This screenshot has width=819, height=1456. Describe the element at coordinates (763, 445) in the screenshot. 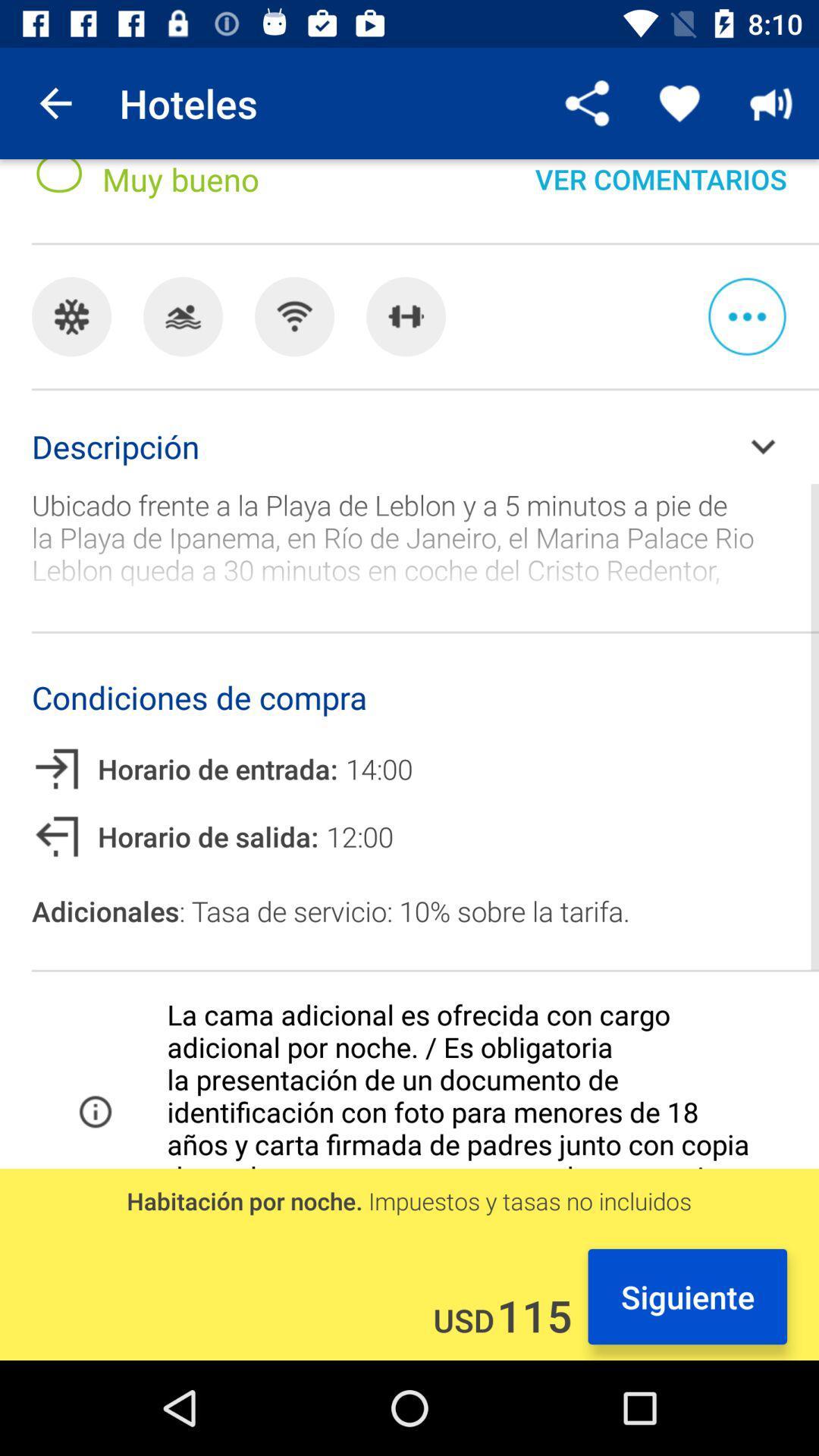

I see `the expand_more icon` at that location.